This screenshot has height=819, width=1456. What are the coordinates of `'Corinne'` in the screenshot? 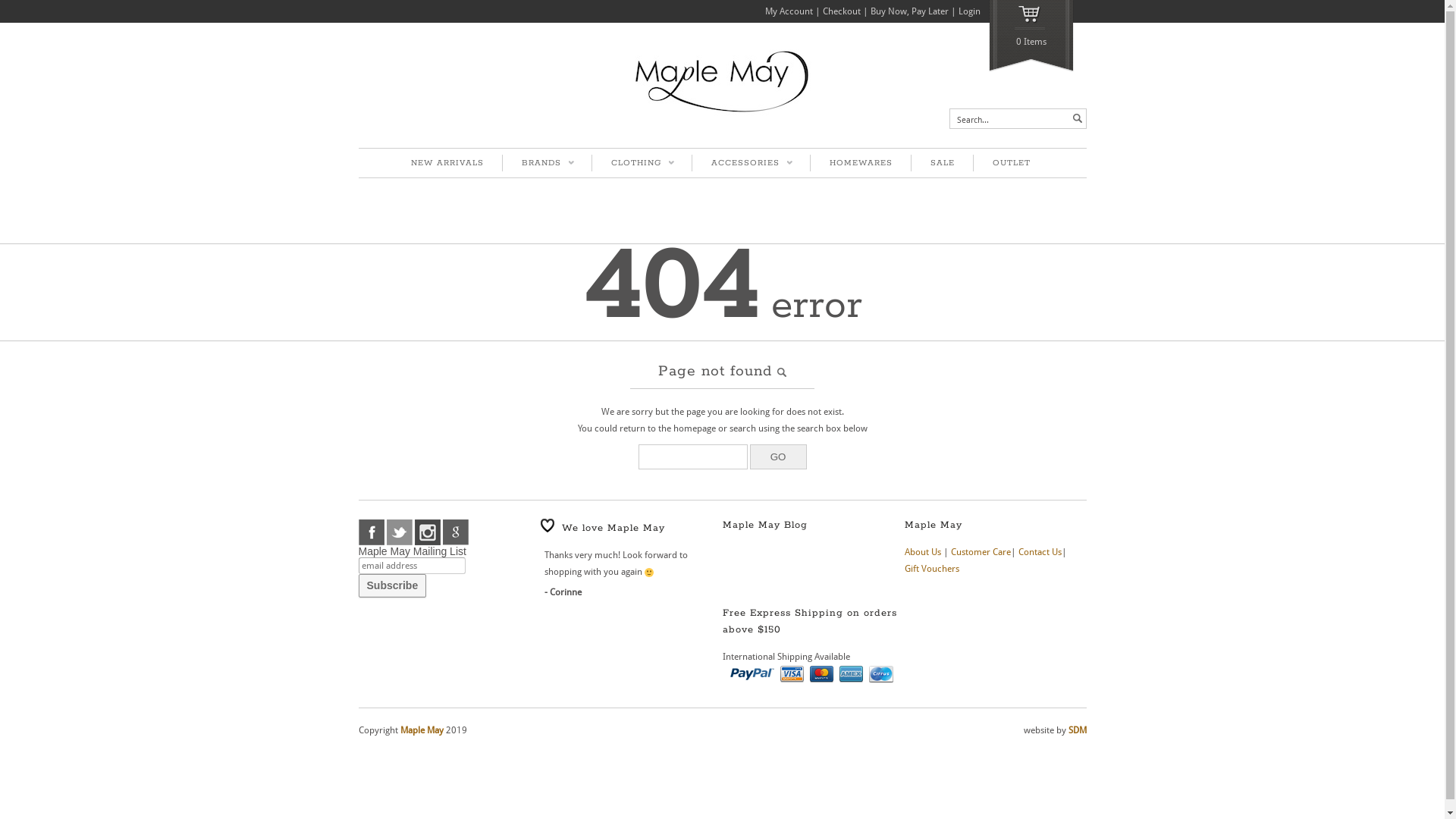 It's located at (560, 591).